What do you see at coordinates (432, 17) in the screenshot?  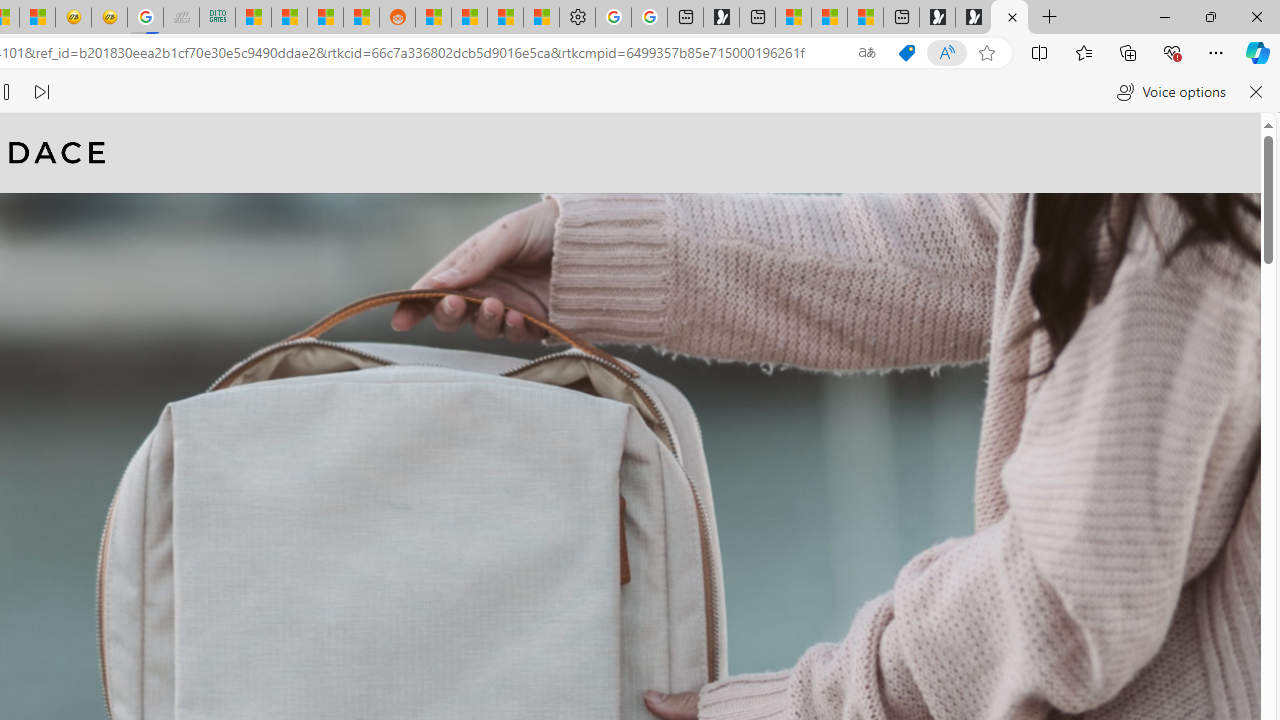 I see `'R******* | Trusted Community Engagement and Contributions'` at bounding box center [432, 17].